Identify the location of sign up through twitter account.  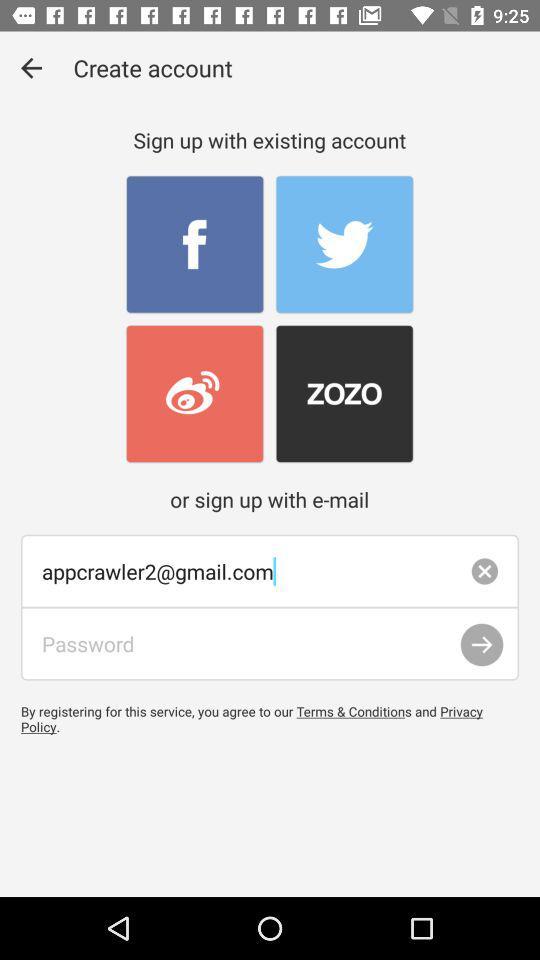
(343, 244).